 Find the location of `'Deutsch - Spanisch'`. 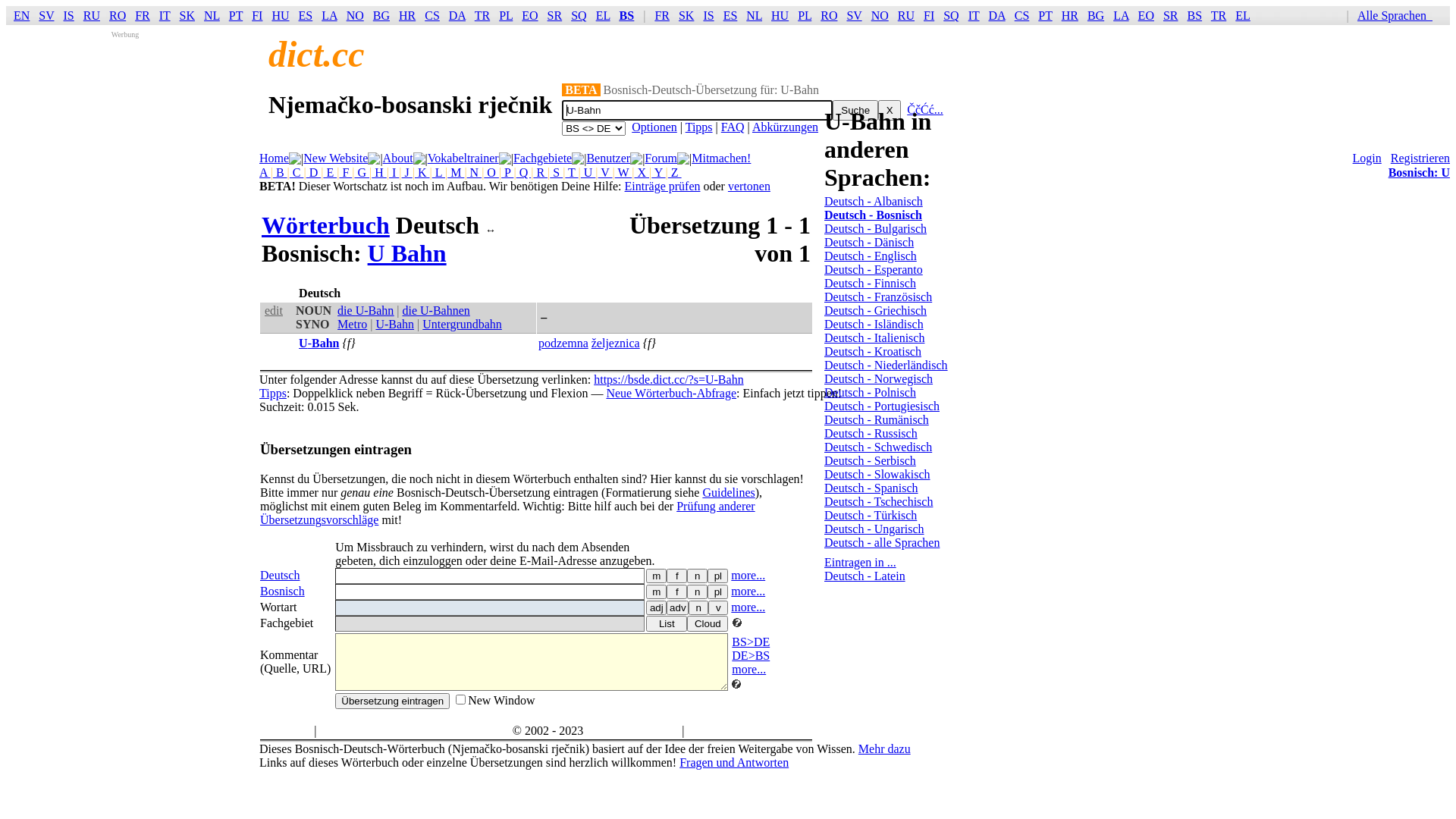

'Deutsch - Spanisch' is located at coordinates (823, 488).